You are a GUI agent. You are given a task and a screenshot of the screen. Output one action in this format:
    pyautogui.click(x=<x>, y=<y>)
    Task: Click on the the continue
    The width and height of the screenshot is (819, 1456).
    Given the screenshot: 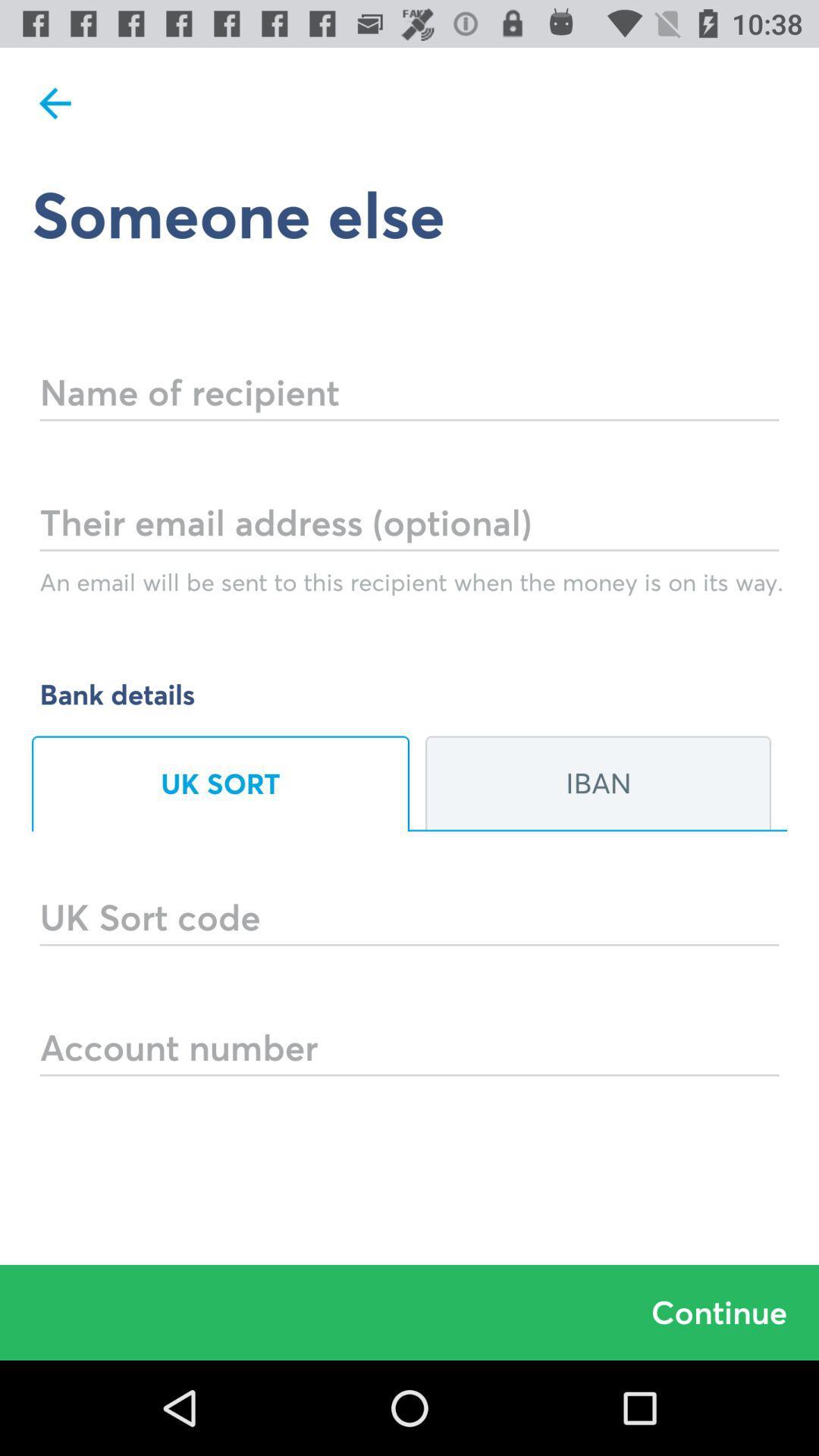 What is the action you would take?
    pyautogui.click(x=409, y=1312)
    